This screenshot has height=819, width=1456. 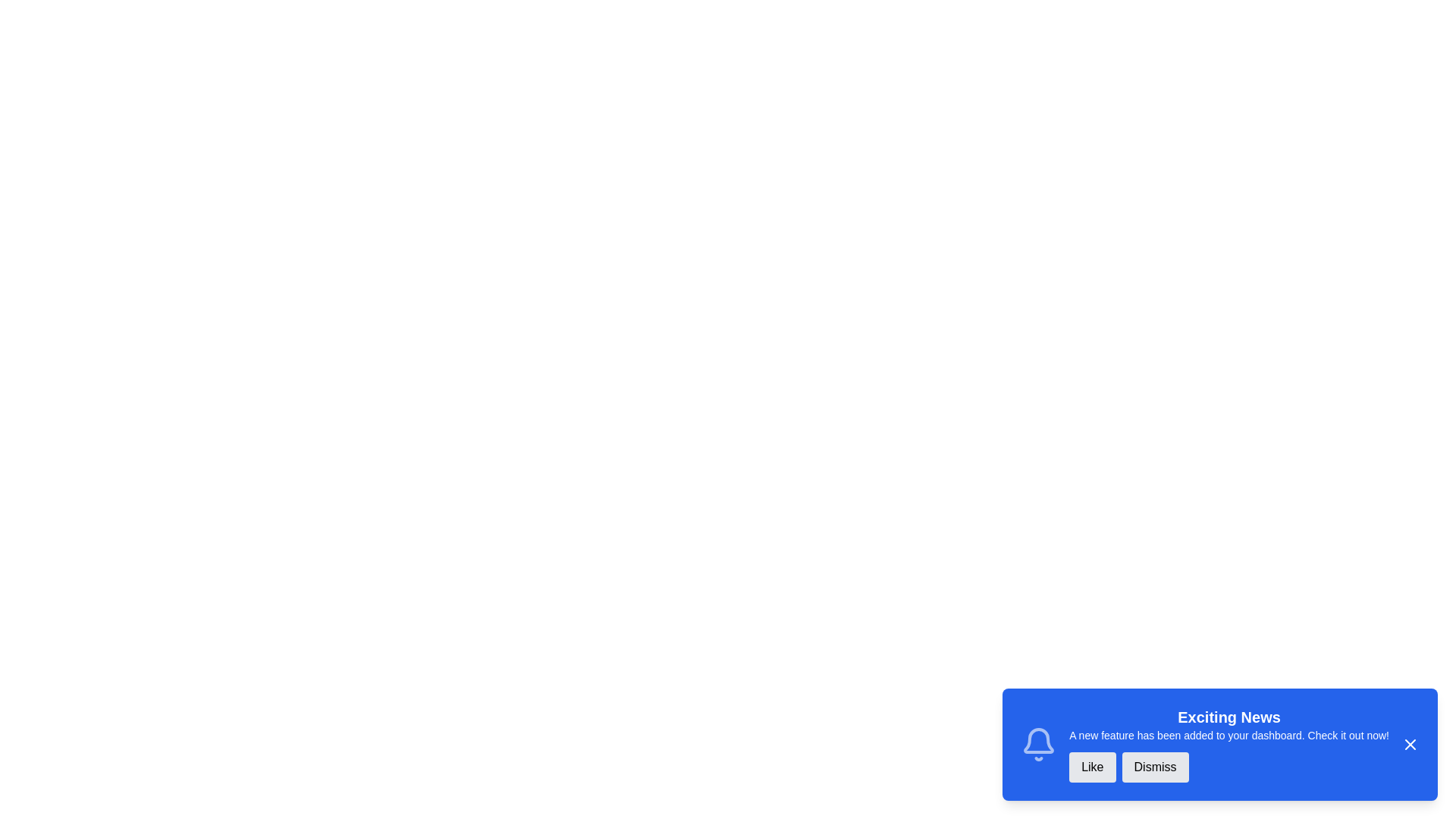 What do you see at coordinates (1092, 767) in the screenshot?
I see `the 'Like' button to toggle its state` at bounding box center [1092, 767].